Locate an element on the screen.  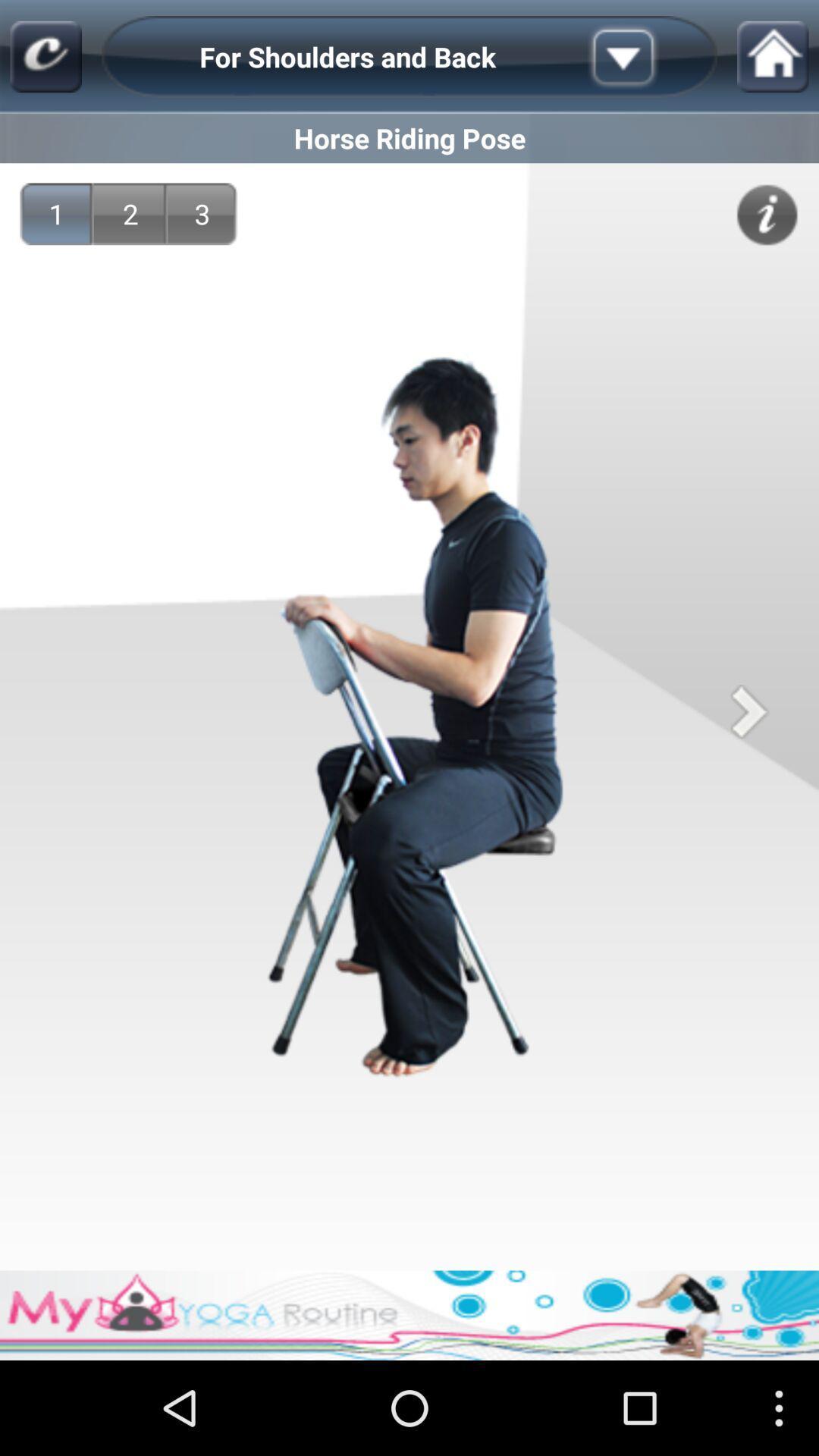
information is located at coordinates (767, 214).